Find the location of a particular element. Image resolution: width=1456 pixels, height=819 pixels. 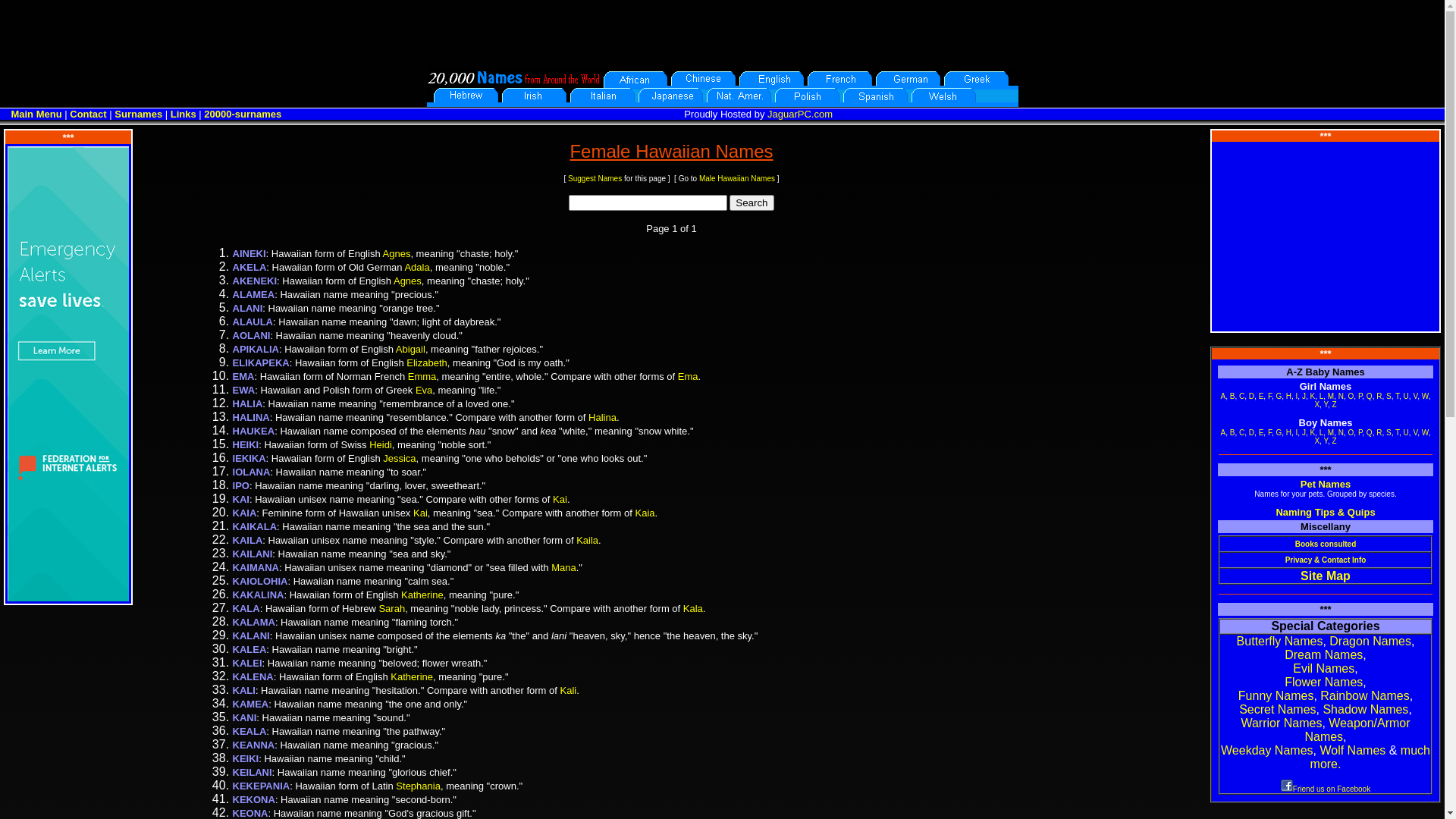

'Pet Names' is located at coordinates (1324, 483).